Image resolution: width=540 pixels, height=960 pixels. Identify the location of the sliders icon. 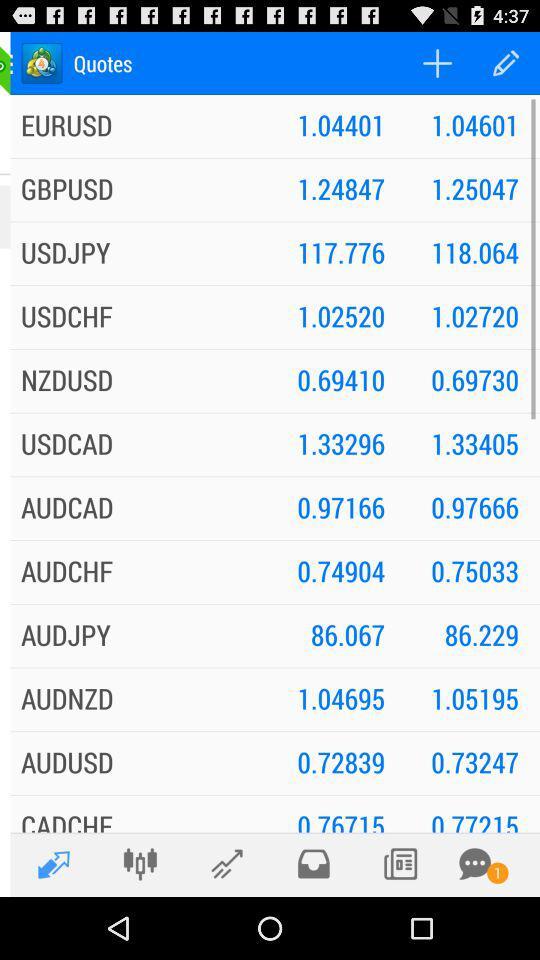
(139, 924).